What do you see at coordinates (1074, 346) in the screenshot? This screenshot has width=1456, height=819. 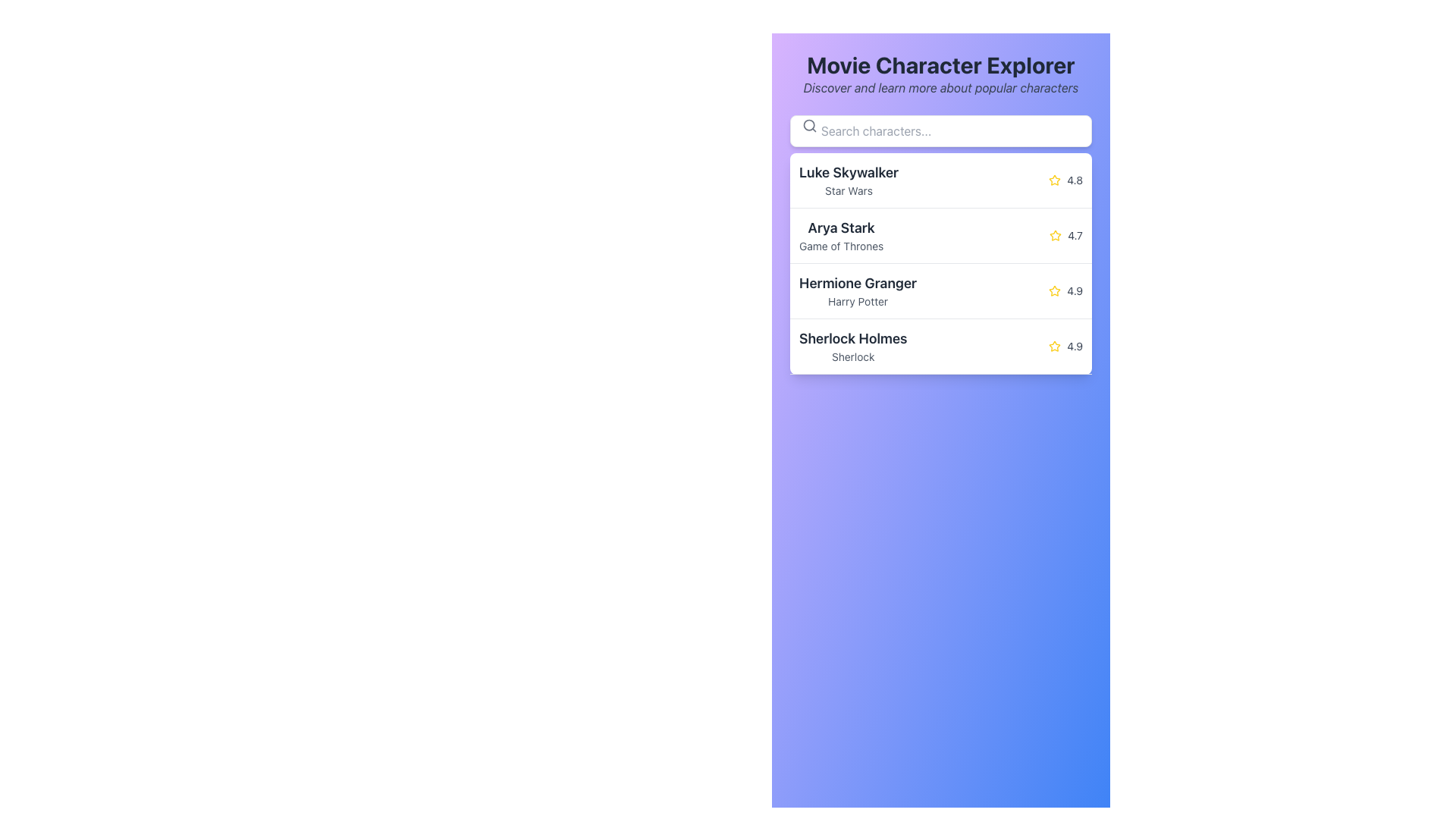 I see `the numeric value text displaying '4.9' for the 'Hermione Granger' rating display, which is styled with gray color and positioned beside a yellow star icon` at bounding box center [1074, 346].